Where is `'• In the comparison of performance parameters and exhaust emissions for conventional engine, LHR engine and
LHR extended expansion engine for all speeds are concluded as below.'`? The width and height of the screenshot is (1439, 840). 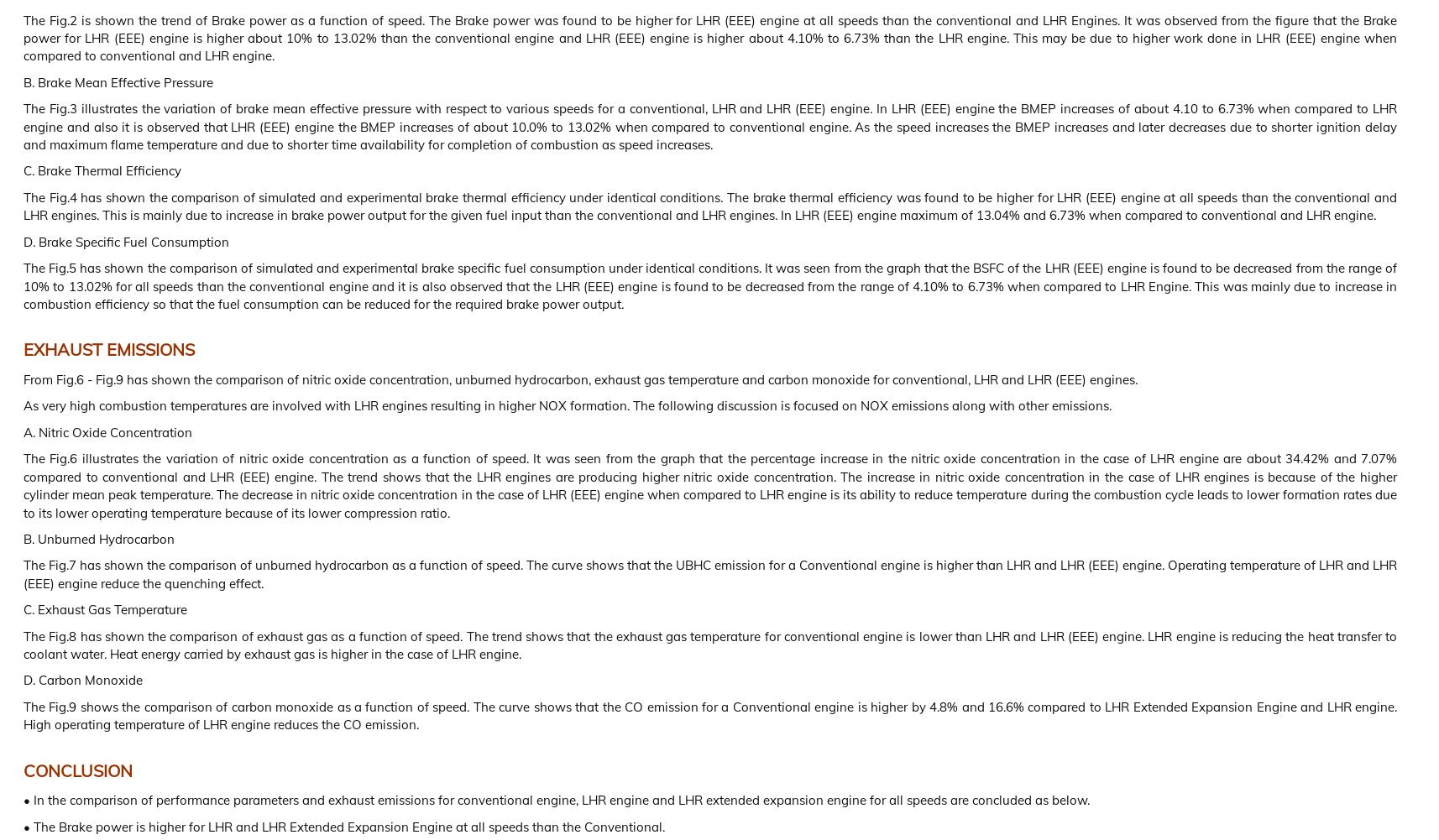 '• In the comparison of performance parameters and exhaust emissions for conventional engine, LHR engine and
LHR extended expansion engine for all speeds are concluded as below.' is located at coordinates (555, 799).